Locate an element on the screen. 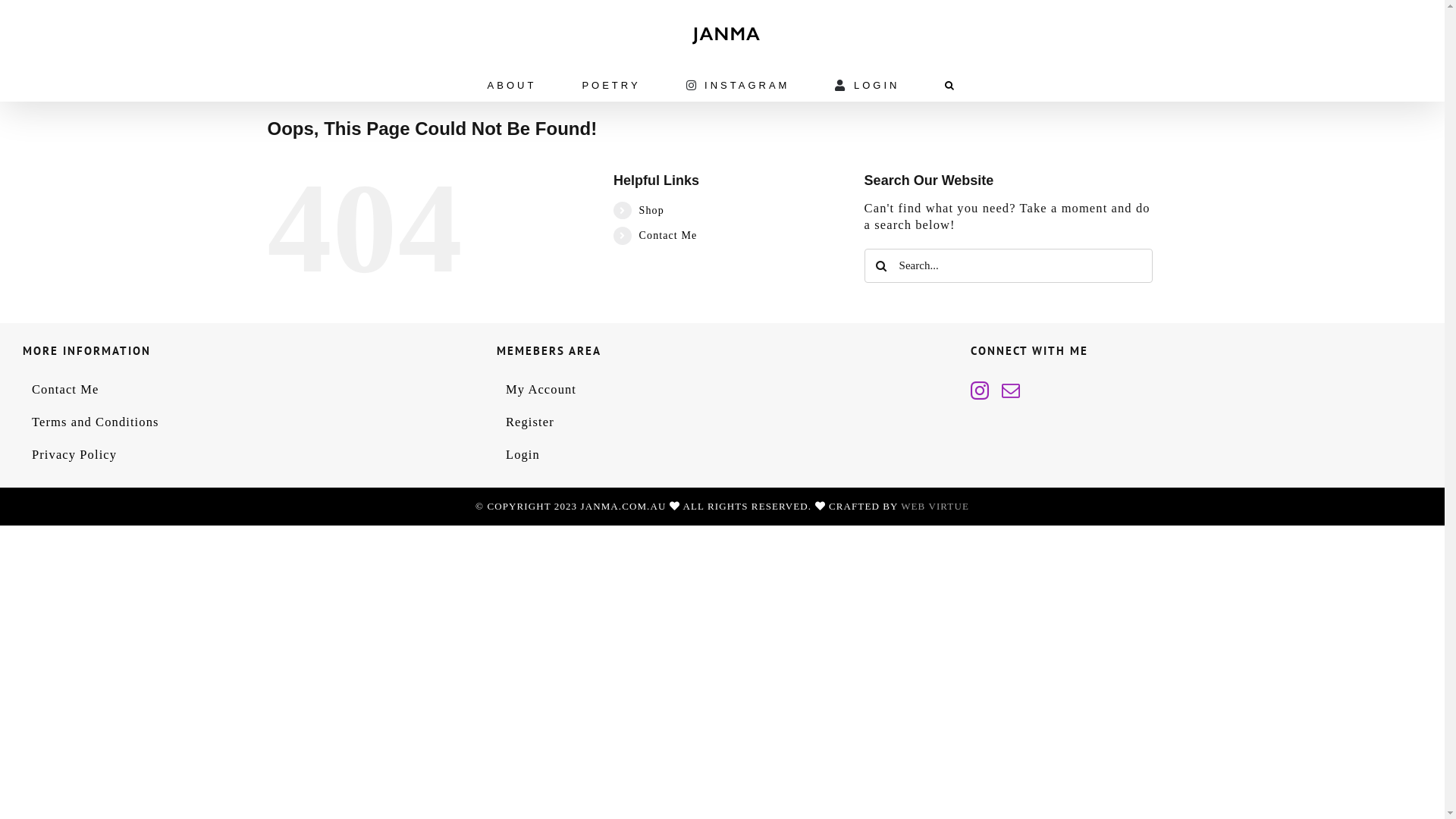  'Shop' is located at coordinates (639, 210).